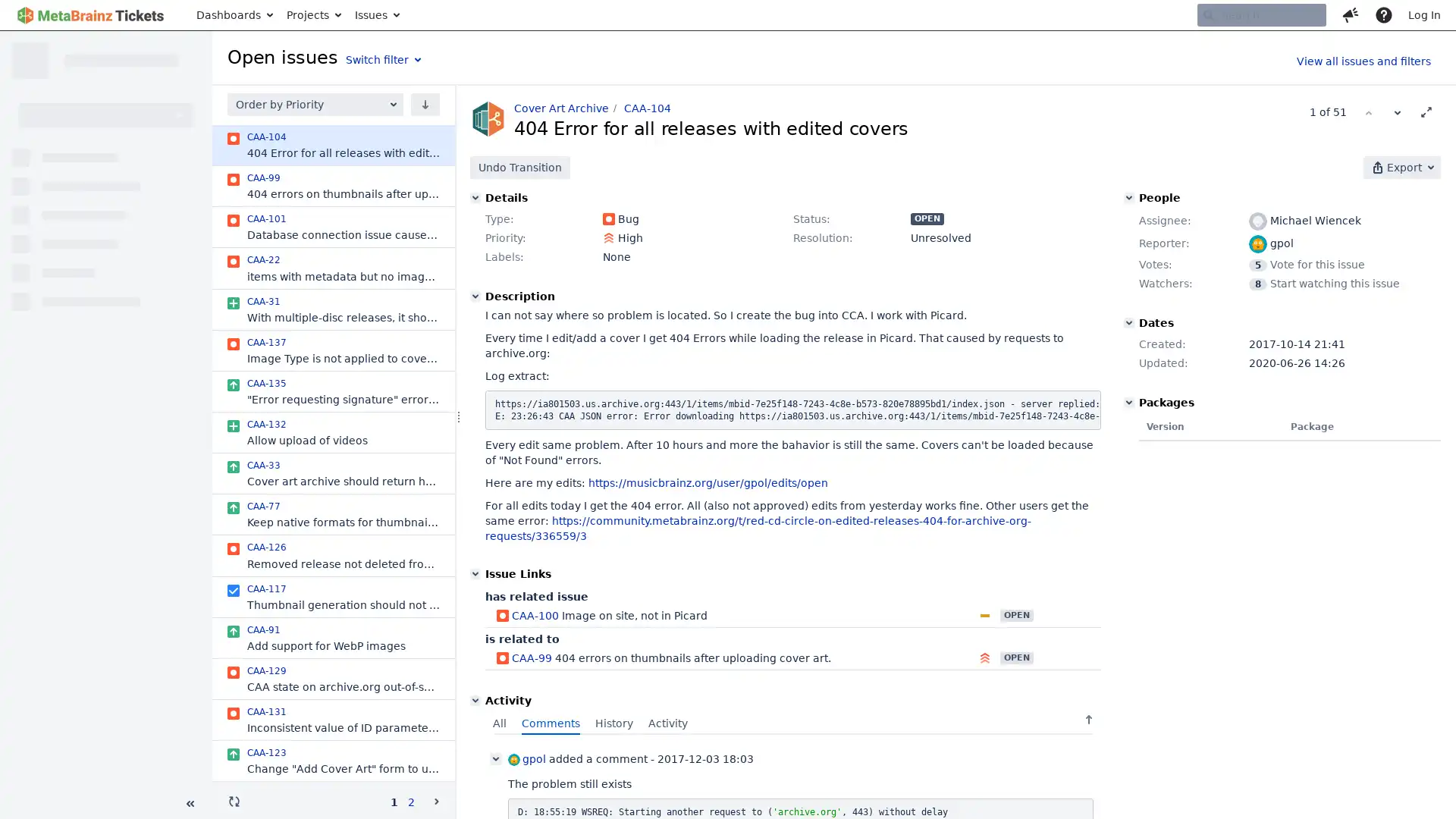 The image size is (1456, 819). Describe the element at coordinates (1426, 111) in the screenshot. I see `Expand issue ( z )` at that location.